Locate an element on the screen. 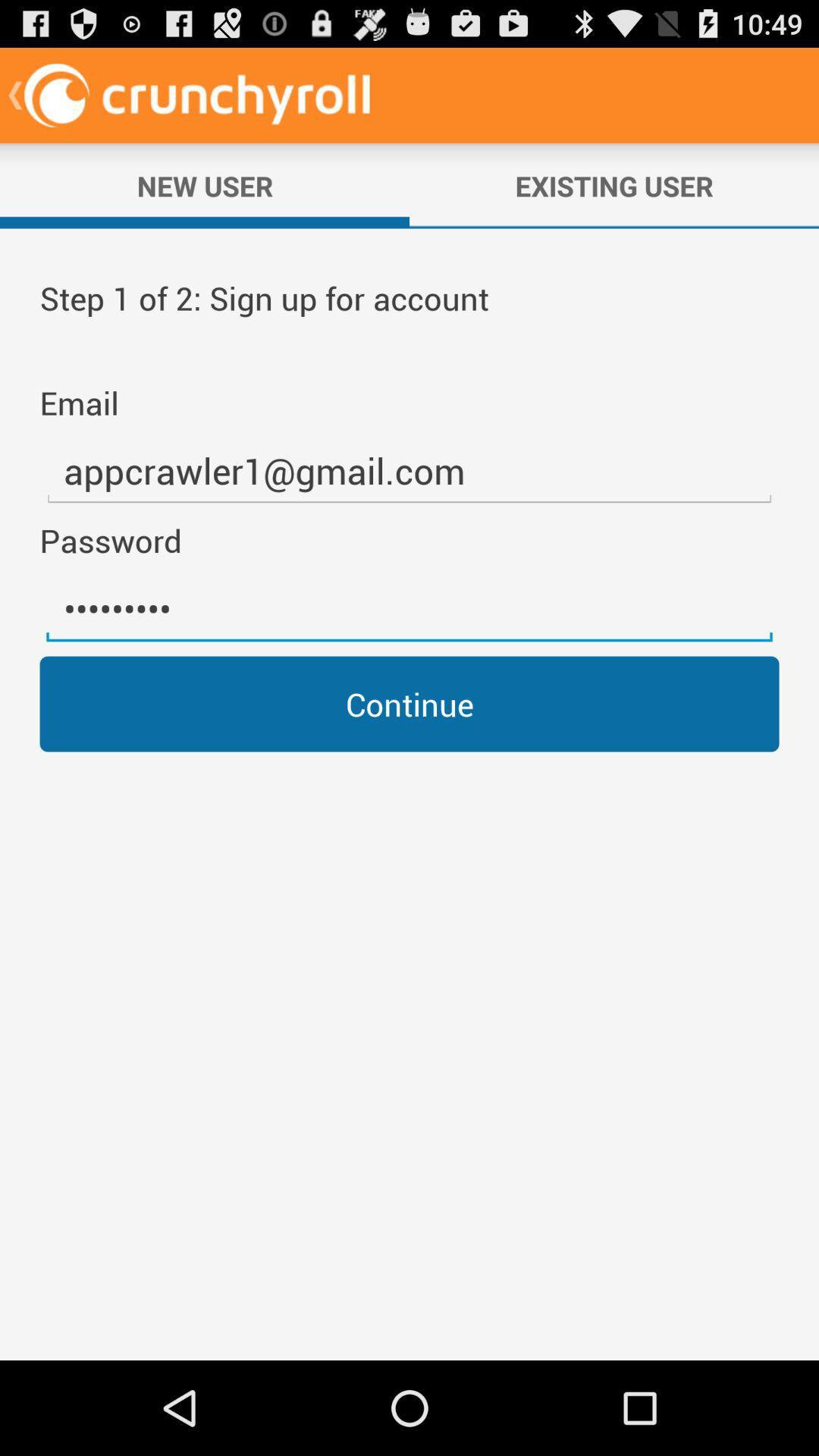 The image size is (819, 1456). existing user icon is located at coordinates (614, 185).